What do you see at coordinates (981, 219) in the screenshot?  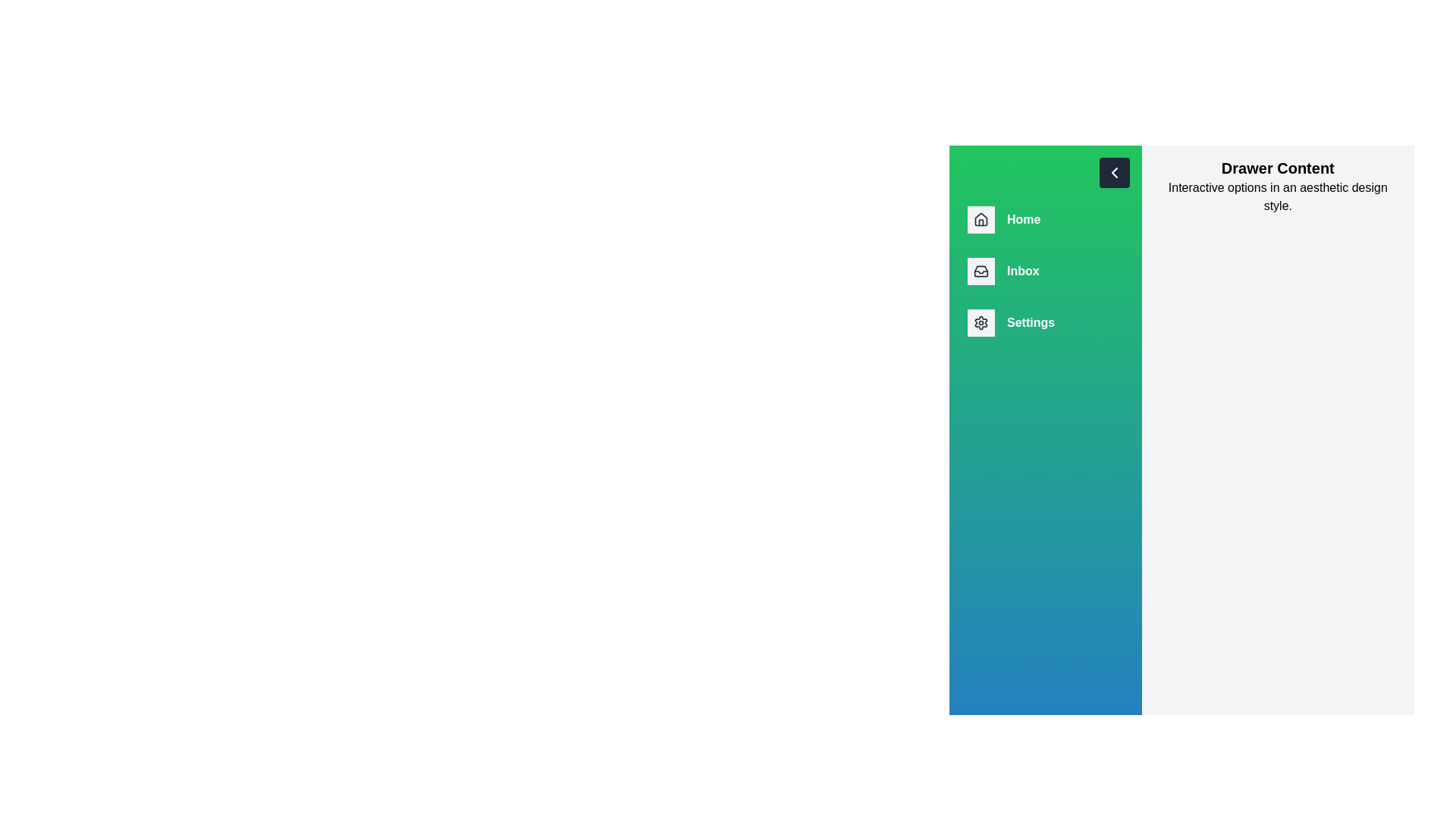 I see `the drawer icon corresponding to Home` at bounding box center [981, 219].